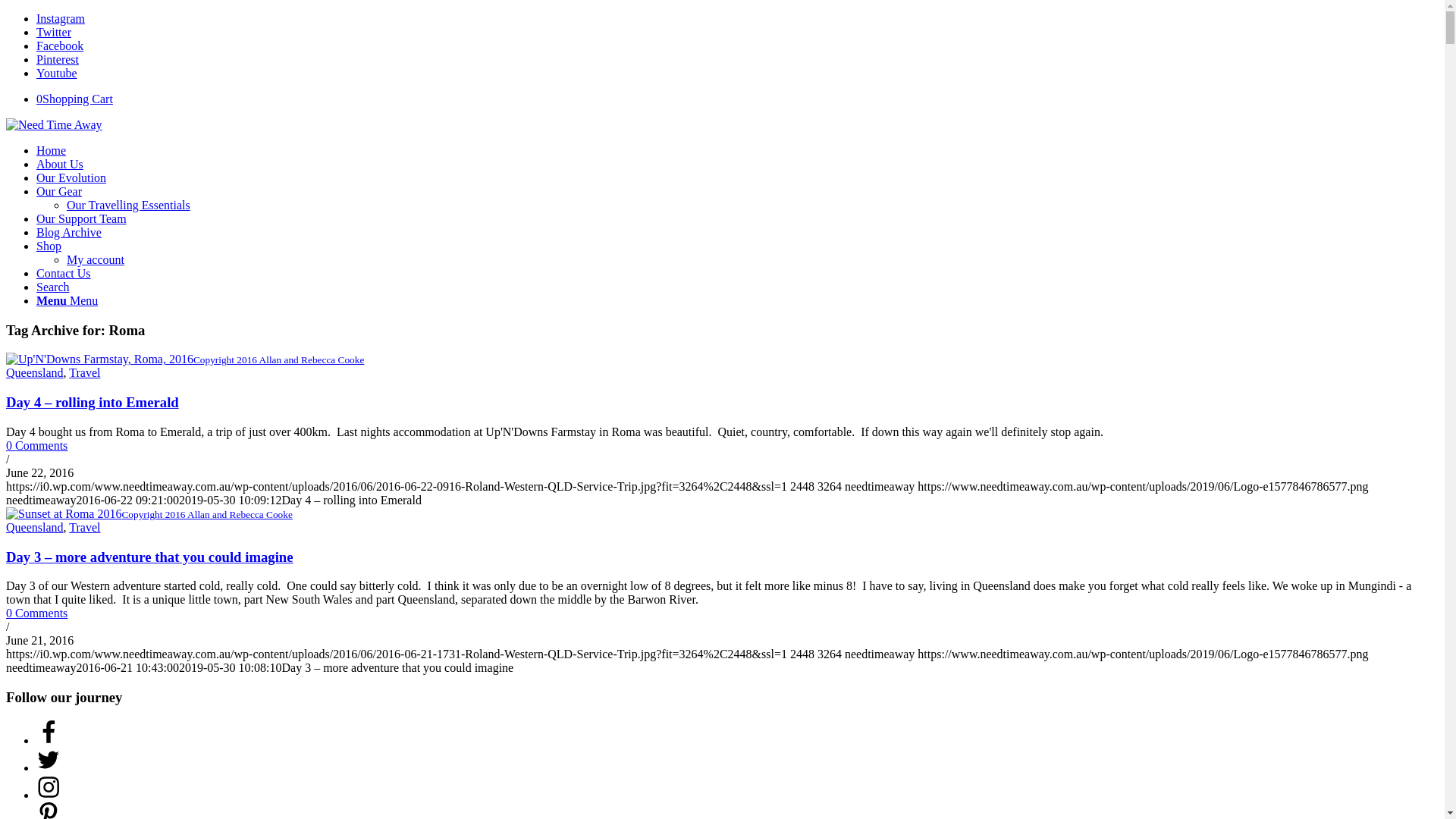 The image size is (1456, 819). I want to click on 'Facebook', so click(36, 45).